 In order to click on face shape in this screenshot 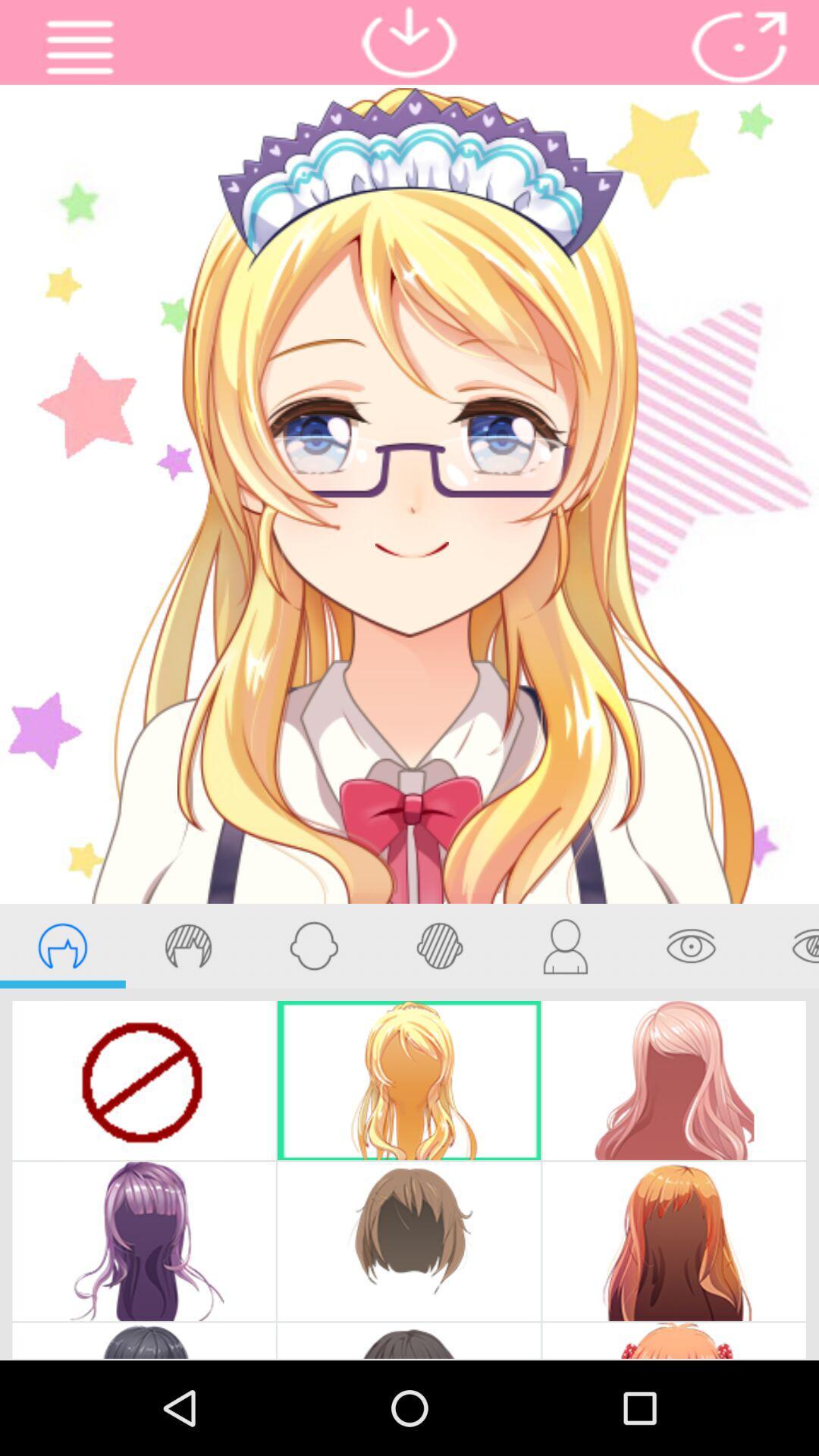, I will do `click(313, 945)`.